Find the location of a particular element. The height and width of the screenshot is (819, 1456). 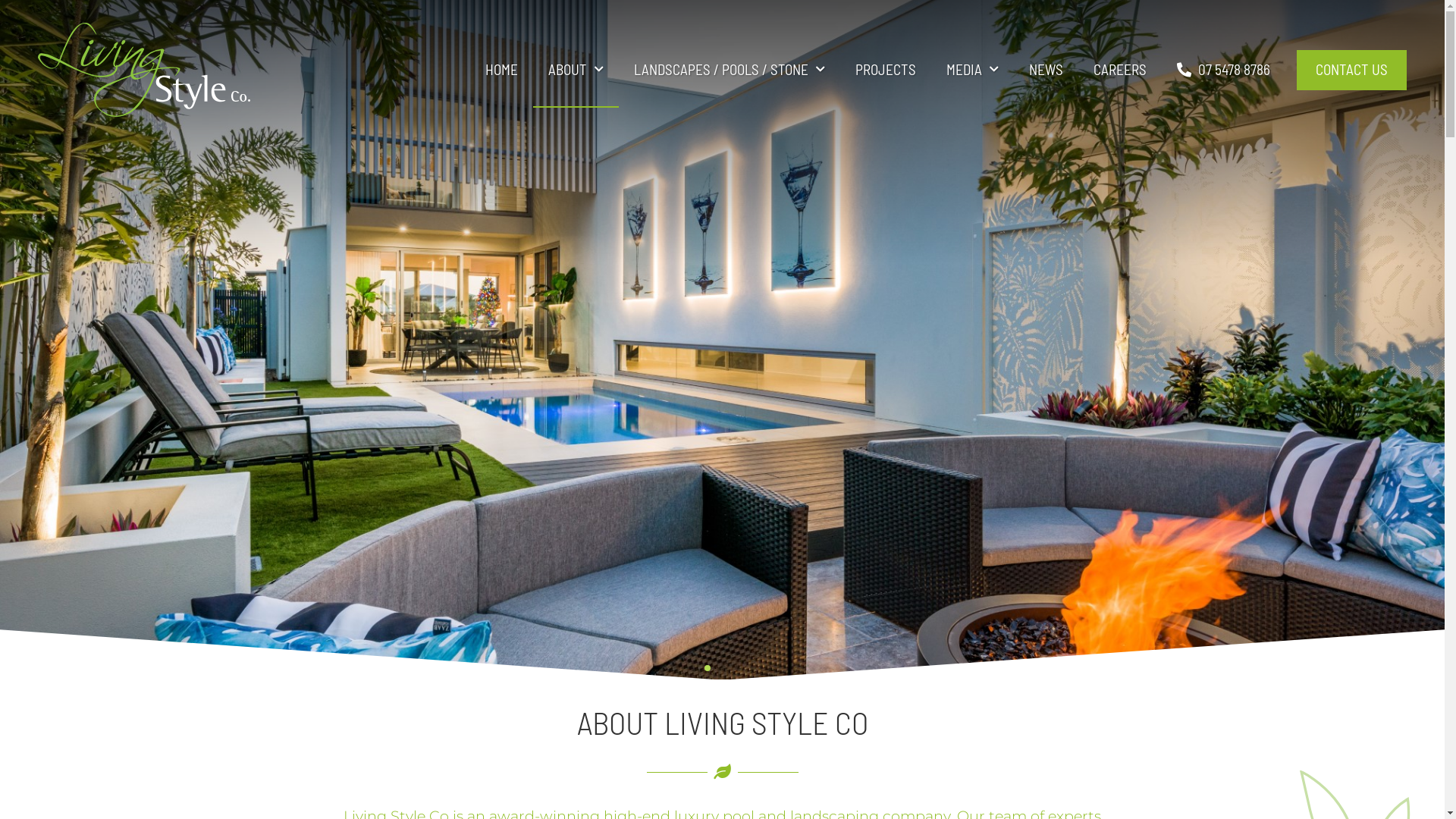

'CAREERS' is located at coordinates (1120, 70).